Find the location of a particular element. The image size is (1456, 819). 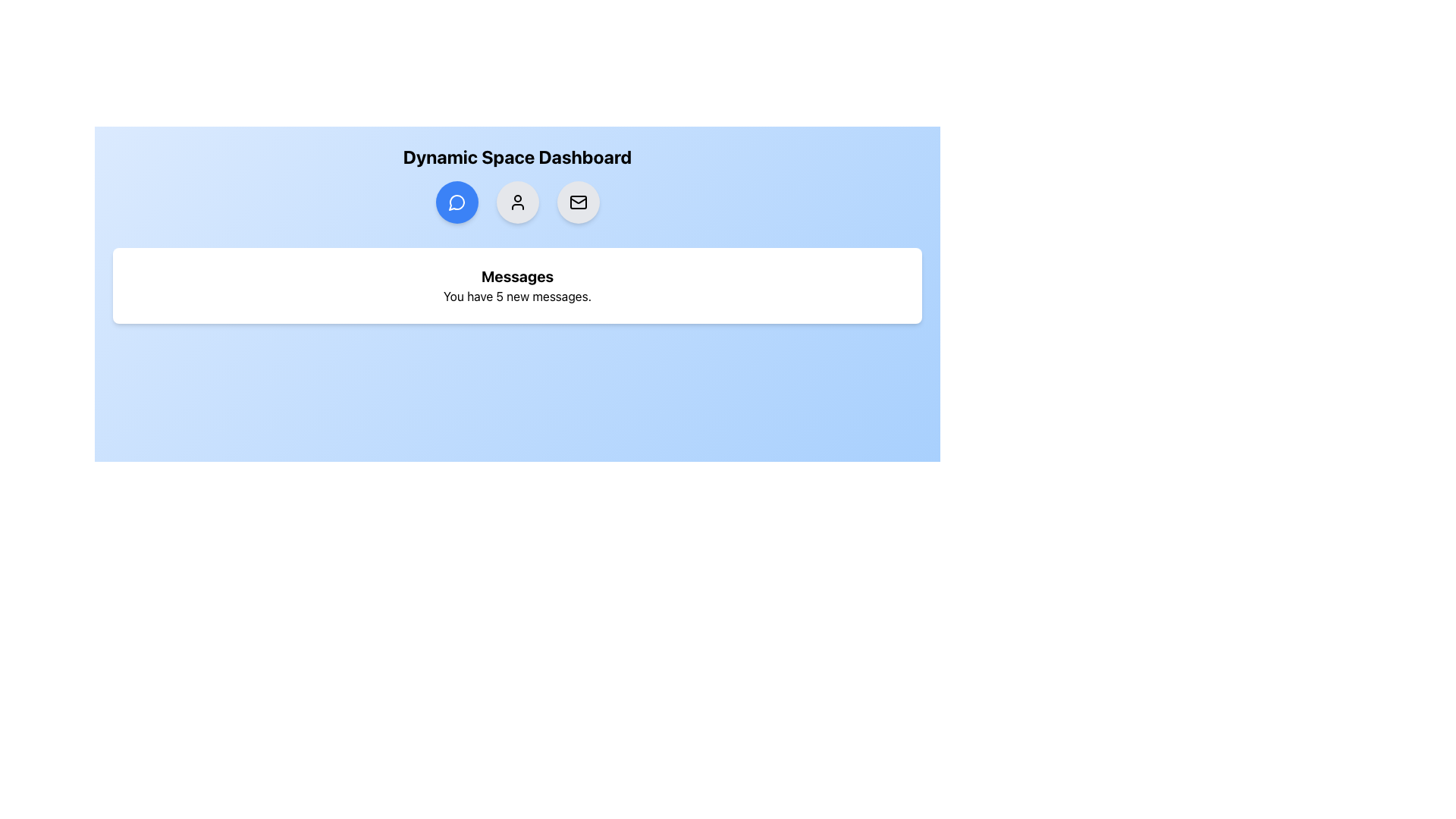

the mail or messaging button located as the fourth button from the left in a horizontal row of circular icons is located at coordinates (577, 201).